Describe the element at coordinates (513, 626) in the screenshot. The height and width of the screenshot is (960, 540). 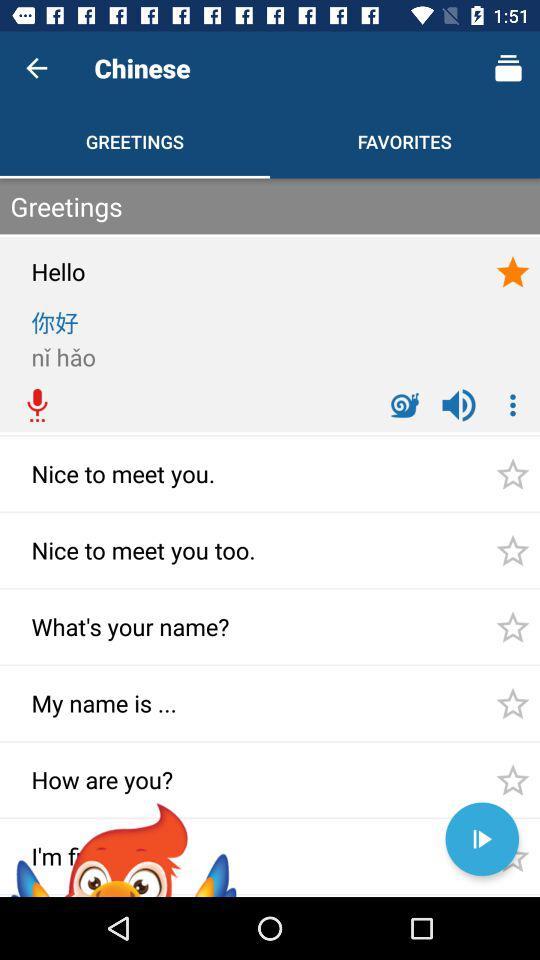
I see `the fourth star from the top` at that location.